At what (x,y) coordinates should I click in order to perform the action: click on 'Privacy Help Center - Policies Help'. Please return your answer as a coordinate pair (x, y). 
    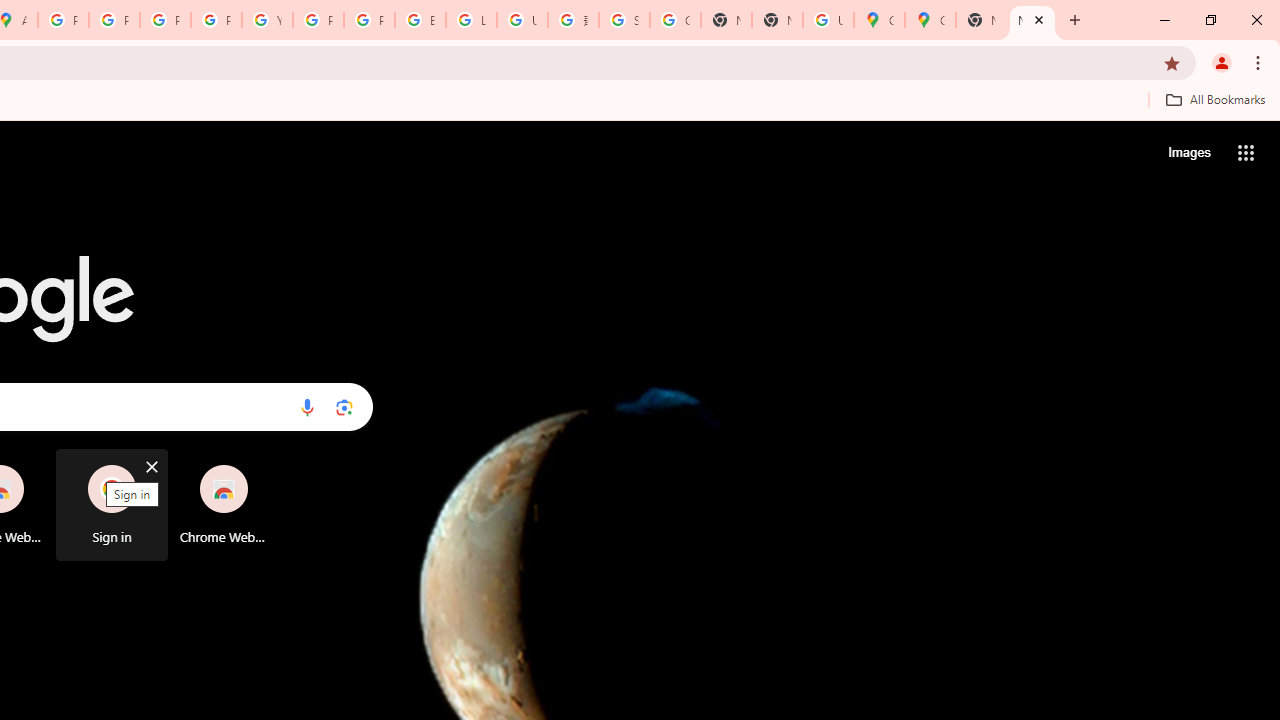
    Looking at the image, I should click on (112, 20).